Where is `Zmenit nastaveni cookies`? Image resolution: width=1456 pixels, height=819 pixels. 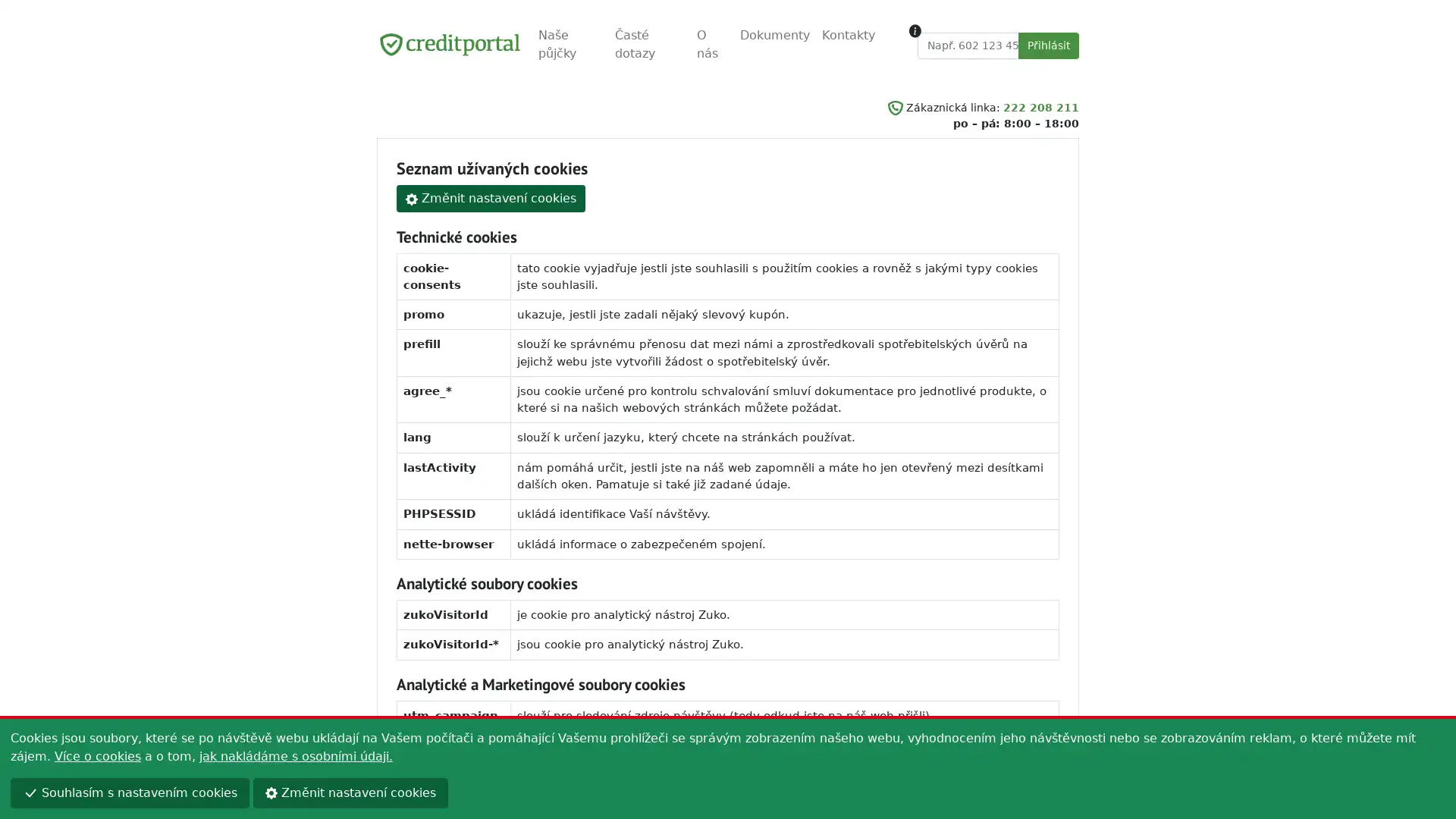
Zmenit nastaveni cookies is located at coordinates (491, 198).